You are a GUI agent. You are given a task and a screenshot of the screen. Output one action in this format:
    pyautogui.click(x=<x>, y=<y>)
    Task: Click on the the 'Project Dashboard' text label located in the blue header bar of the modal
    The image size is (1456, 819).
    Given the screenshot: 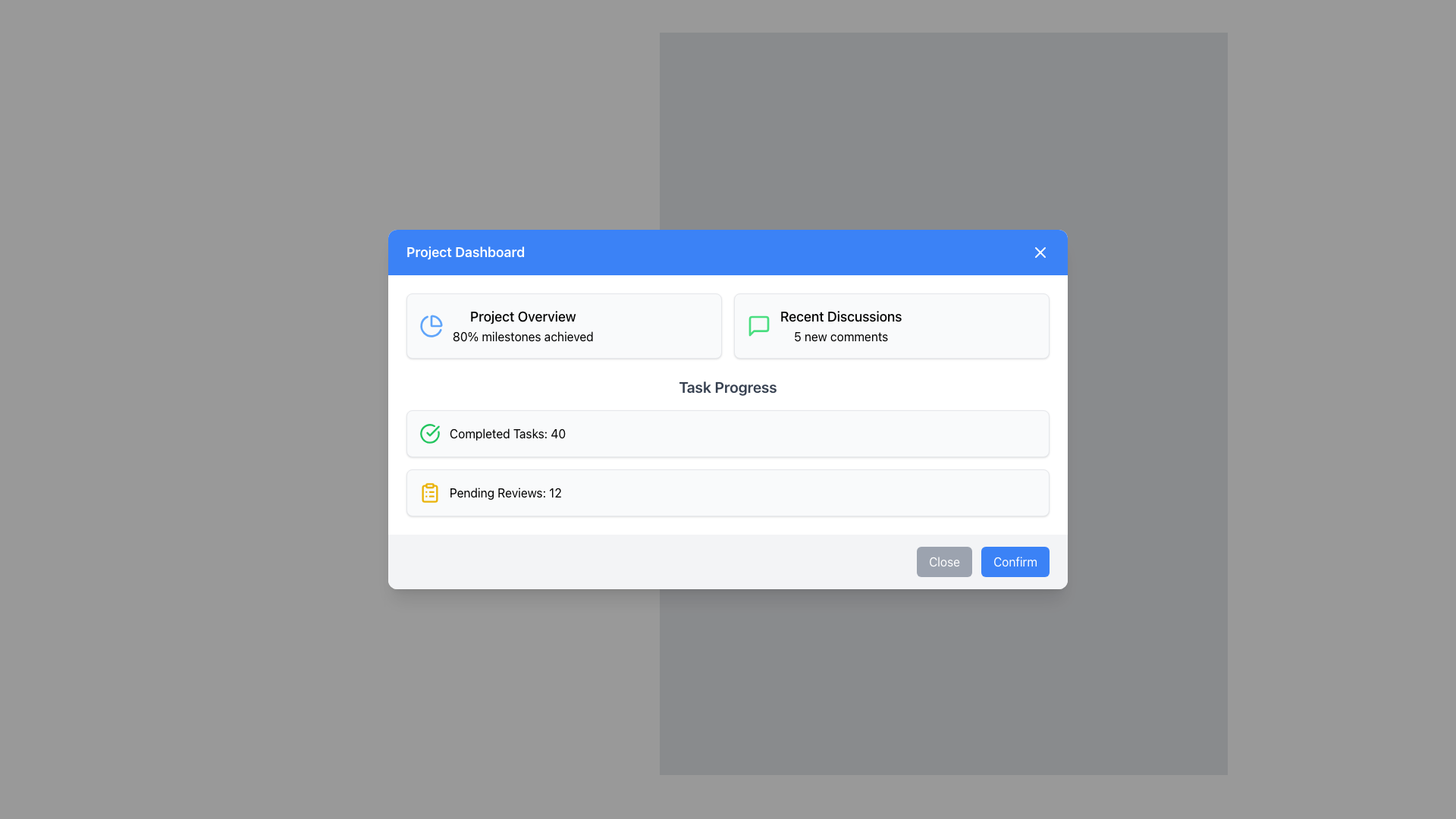 What is the action you would take?
    pyautogui.click(x=465, y=251)
    